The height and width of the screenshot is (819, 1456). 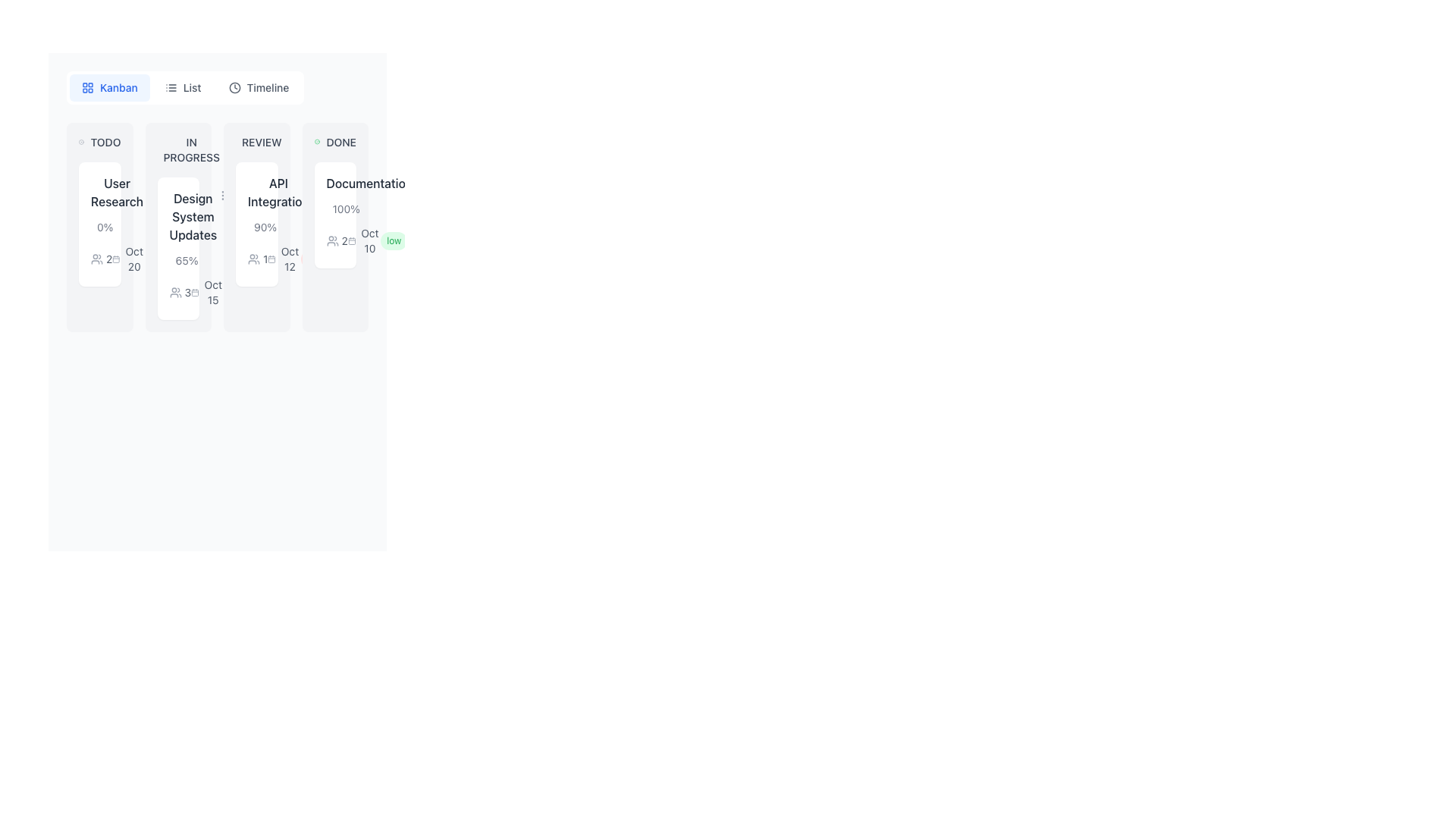 I want to click on the circular graphic element within the SVG component that is part of the clock icon, located in the 'IN PROGRESS' column of the Kanban board, near the top of the 'VIEW' card, so click(x=244, y=146).